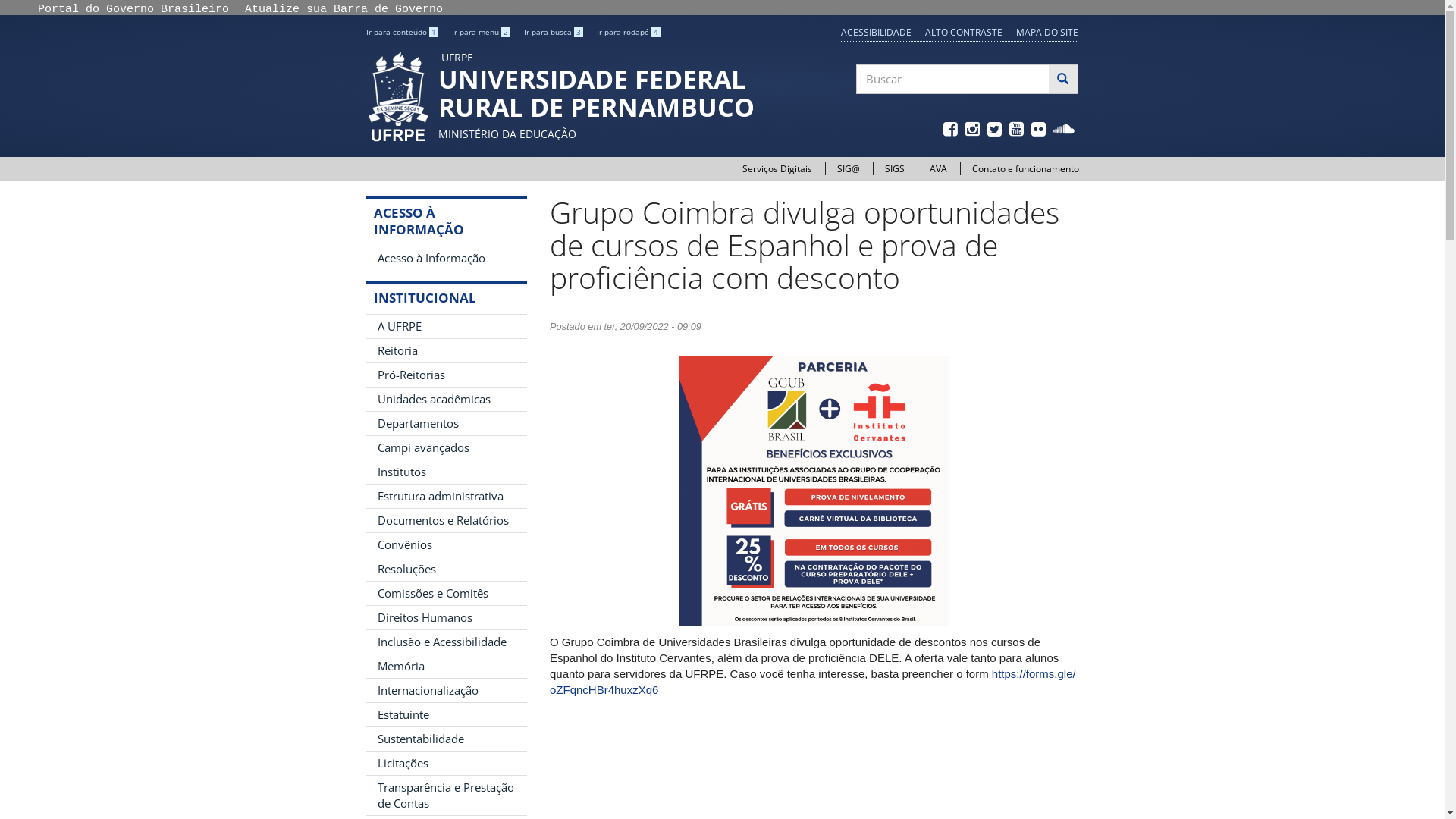 The height and width of the screenshot is (819, 1456). I want to click on 'Departamentos', so click(445, 423).